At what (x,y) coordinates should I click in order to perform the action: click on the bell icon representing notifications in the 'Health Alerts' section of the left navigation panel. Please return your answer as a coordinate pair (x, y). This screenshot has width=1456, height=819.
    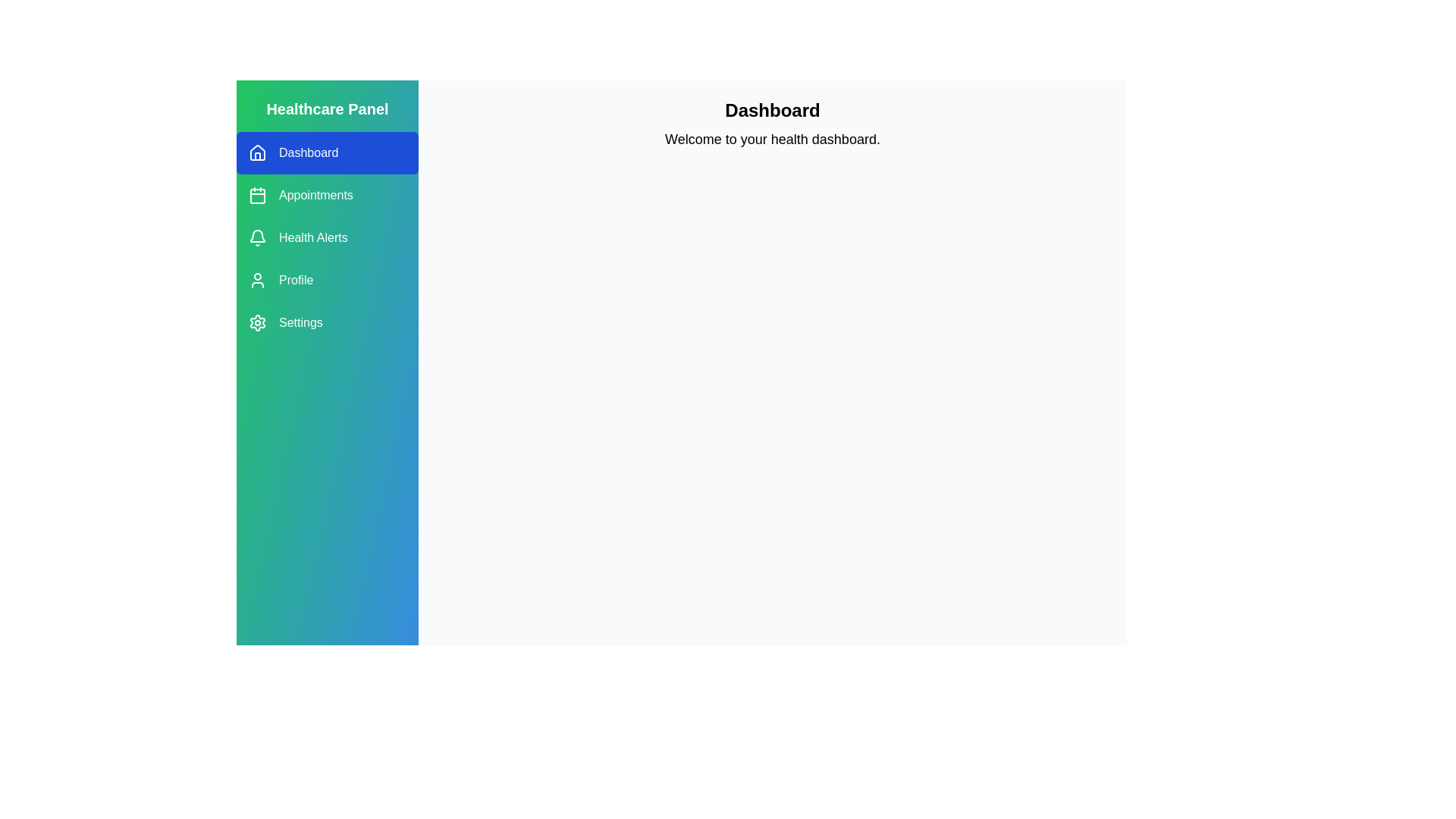
    Looking at the image, I should click on (258, 237).